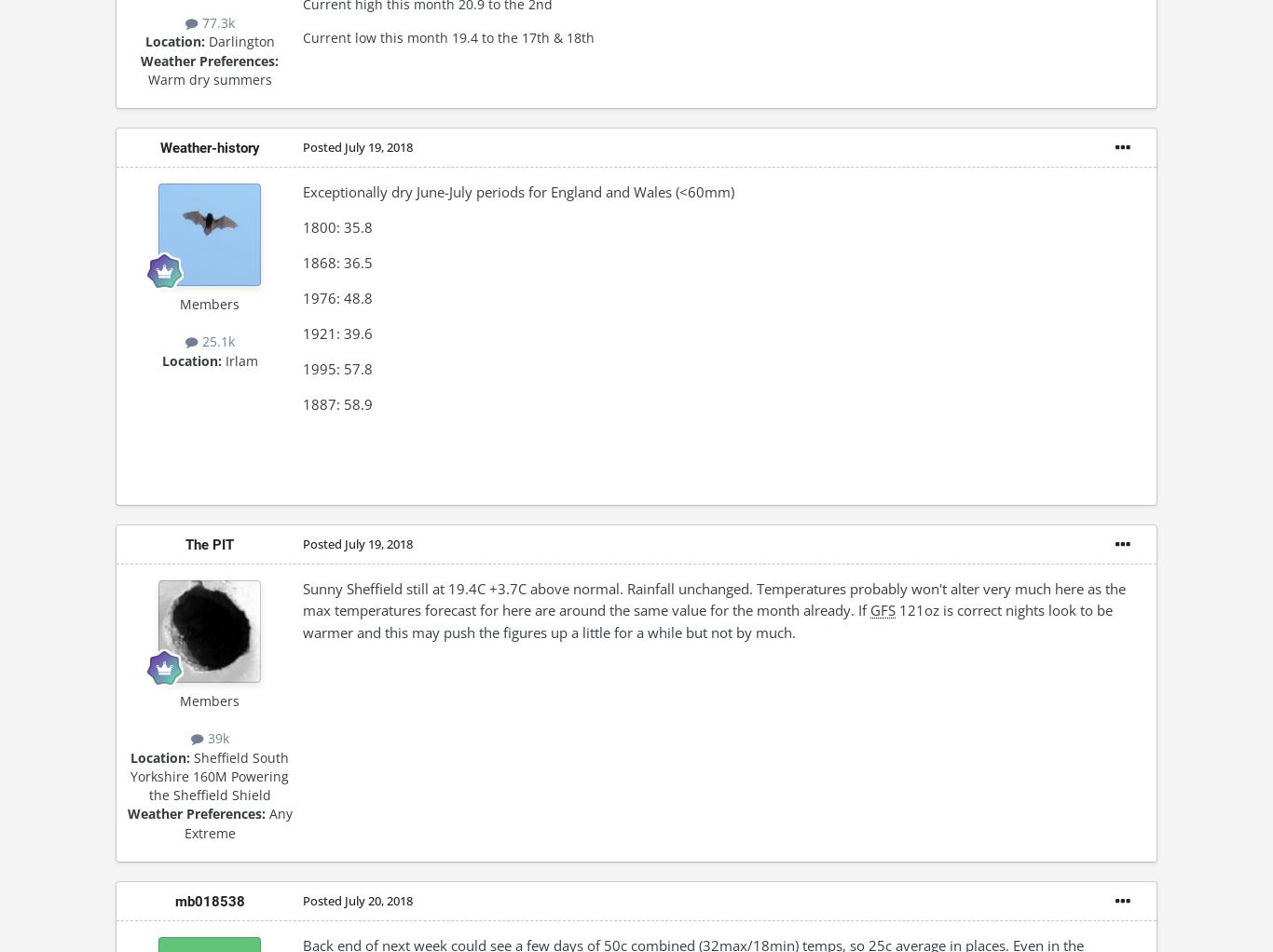 The height and width of the screenshot is (952, 1273). What do you see at coordinates (883, 609) in the screenshot?
I see `'GFS'` at bounding box center [883, 609].